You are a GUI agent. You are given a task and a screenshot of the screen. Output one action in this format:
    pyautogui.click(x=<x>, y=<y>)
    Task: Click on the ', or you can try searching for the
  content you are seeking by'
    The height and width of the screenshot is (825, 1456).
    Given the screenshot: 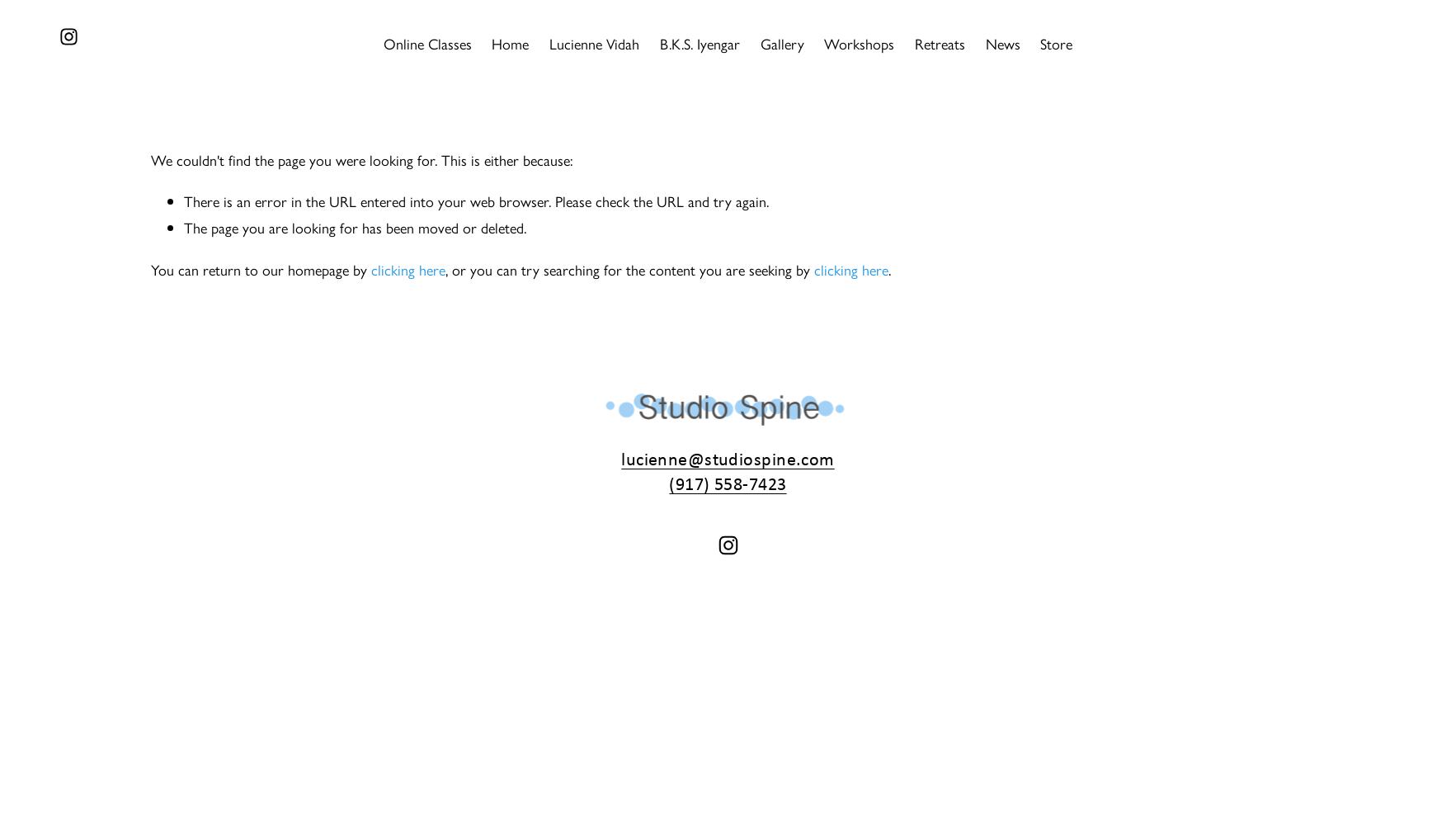 What is the action you would take?
    pyautogui.click(x=628, y=267)
    